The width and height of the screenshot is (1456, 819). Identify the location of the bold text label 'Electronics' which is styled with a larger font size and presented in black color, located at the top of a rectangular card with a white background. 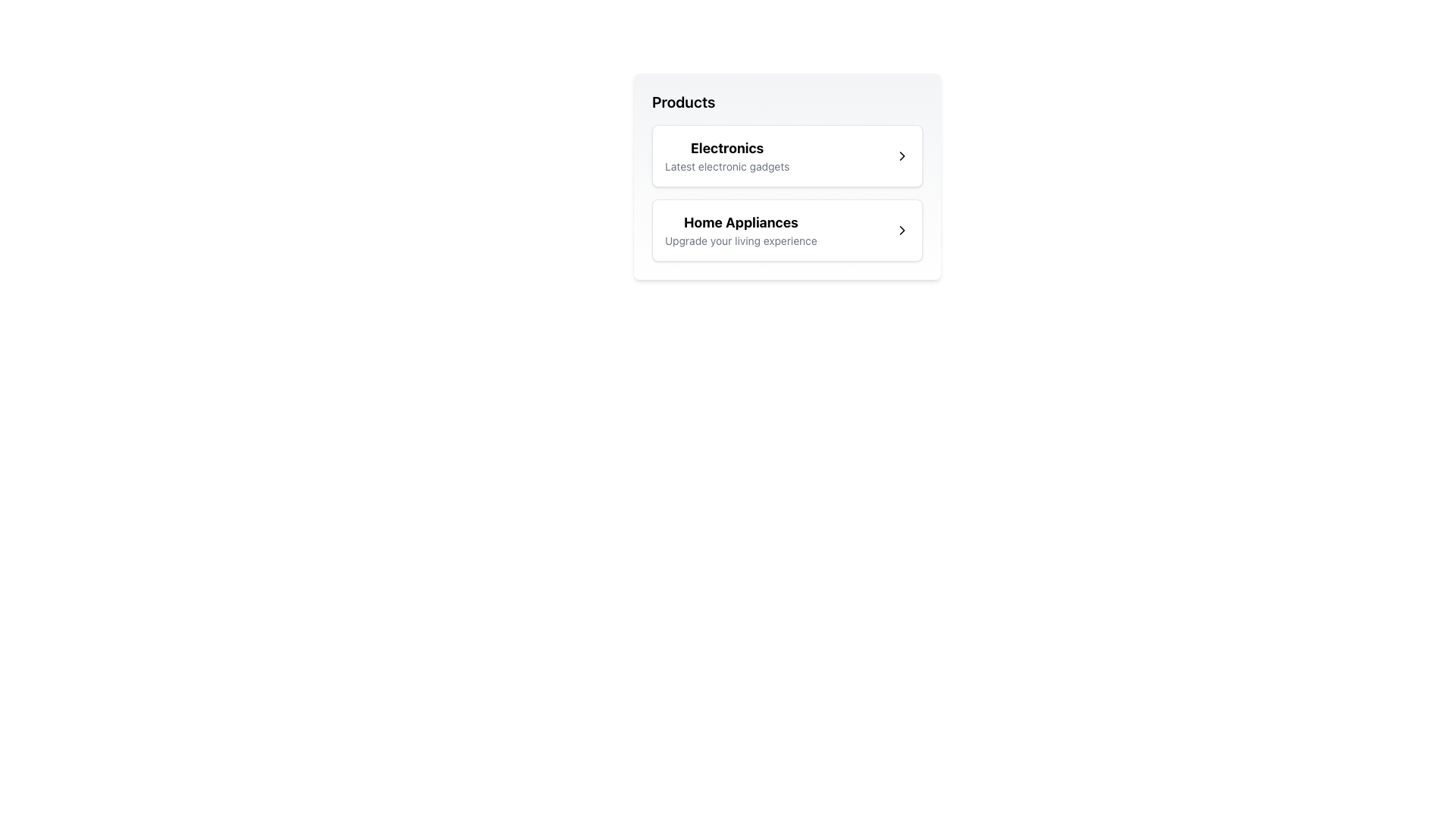
(726, 149).